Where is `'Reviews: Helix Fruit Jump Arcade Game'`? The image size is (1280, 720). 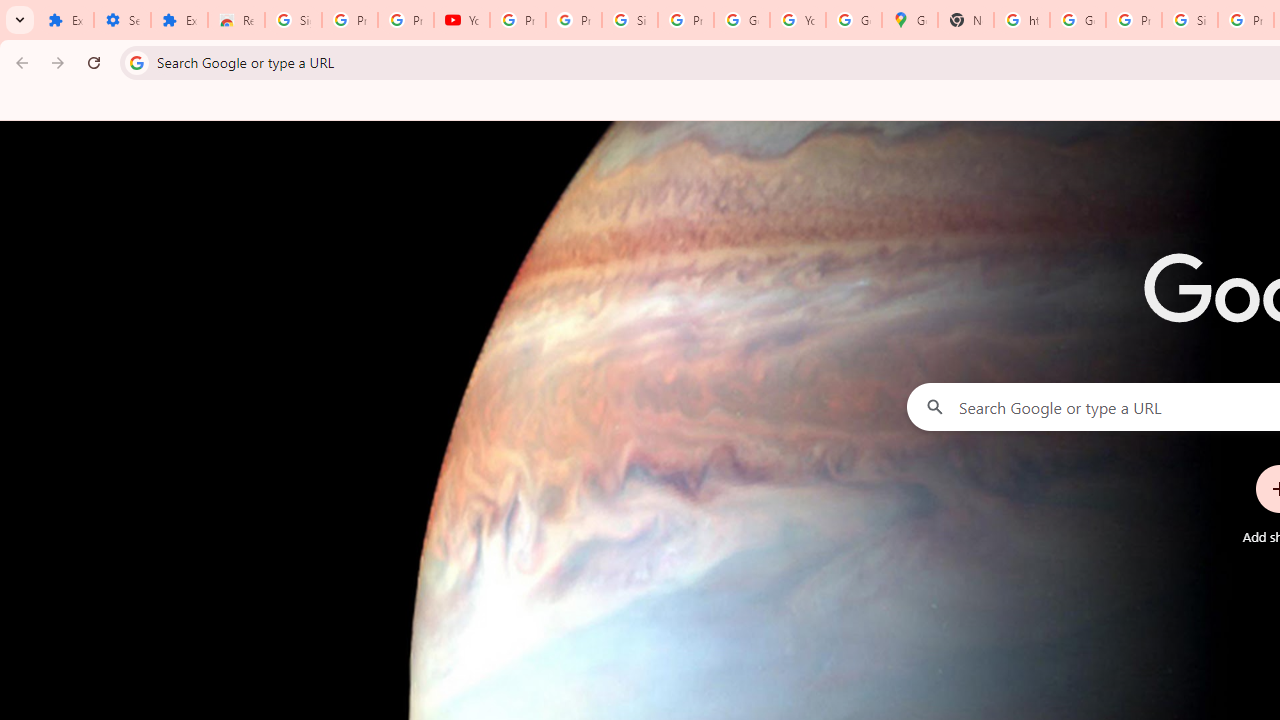 'Reviews: Helix Fruit Jump Arcade Game' is located at coordinates (236, 20).